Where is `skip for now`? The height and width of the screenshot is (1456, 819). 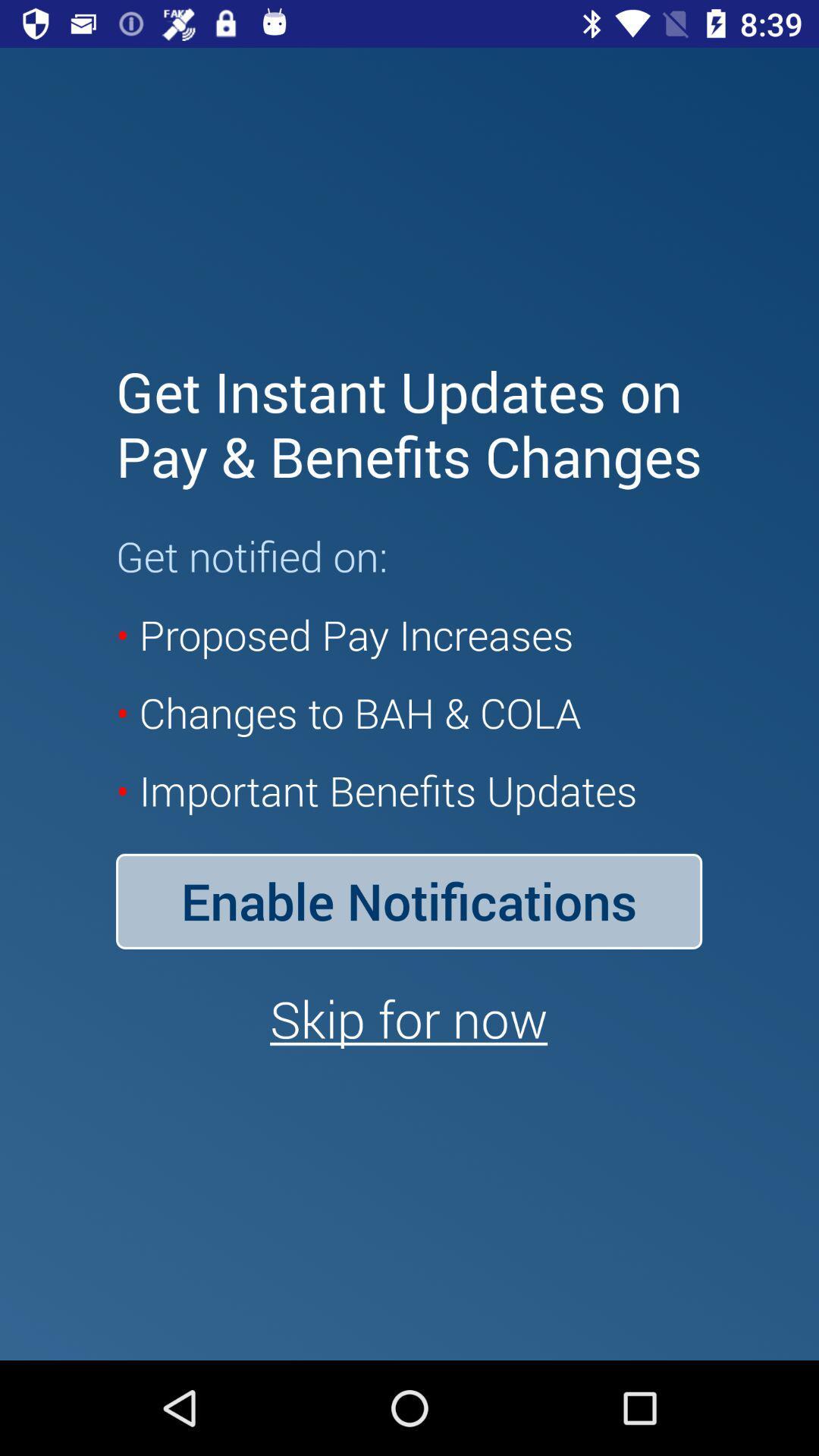 skip for now is located at coordinates (408, 1018).